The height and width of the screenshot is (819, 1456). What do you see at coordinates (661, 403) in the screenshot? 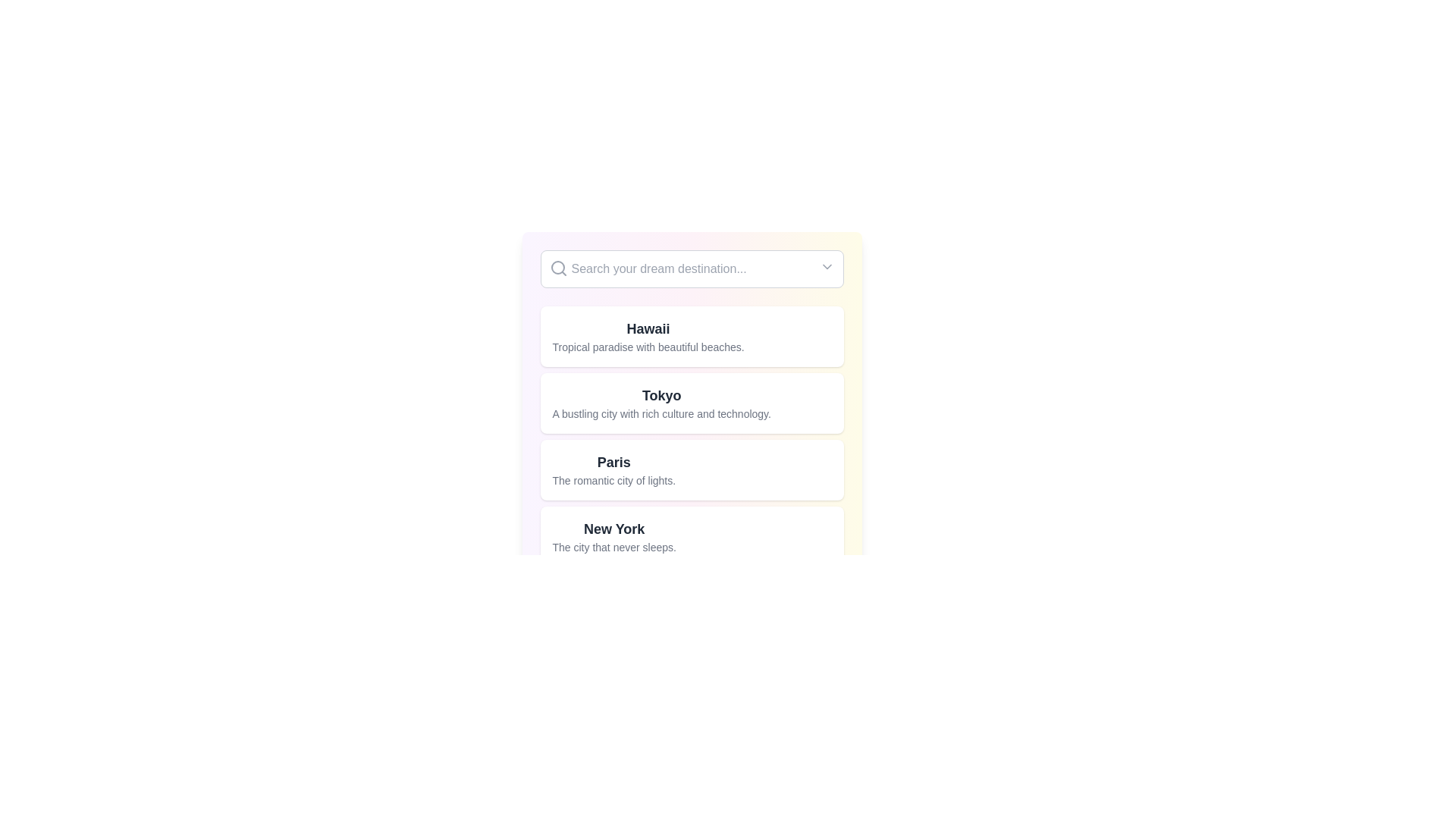
I see `the informational text block for 'Tokyo' which is the second entry in the list below 'Hawaii'` at bounding box center [661, 403].